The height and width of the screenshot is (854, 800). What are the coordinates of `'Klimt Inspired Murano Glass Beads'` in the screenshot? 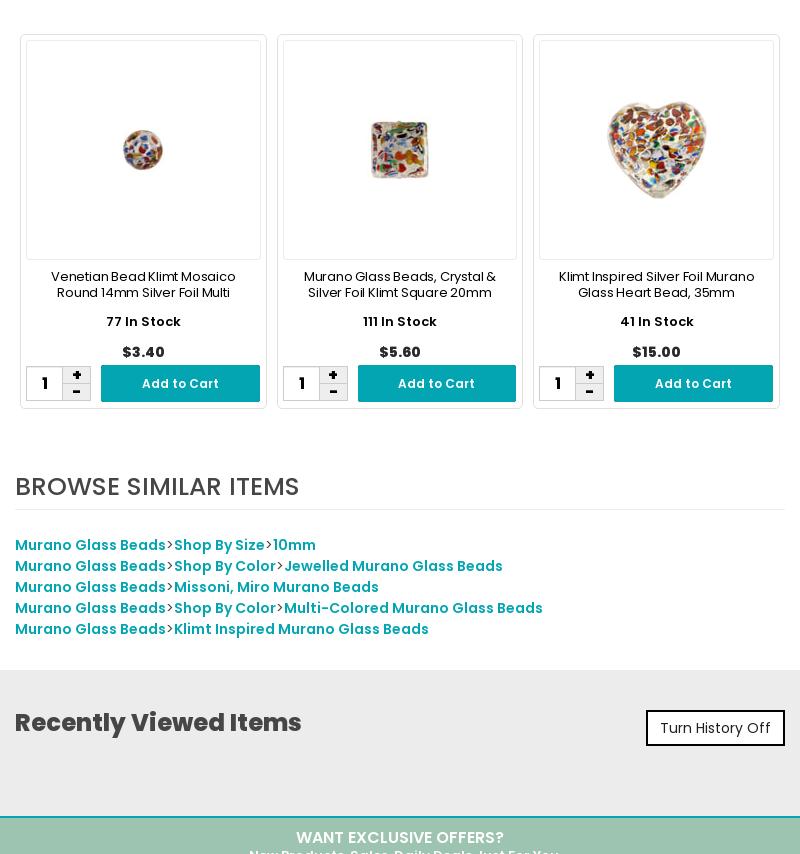 It's located at (173, 630).